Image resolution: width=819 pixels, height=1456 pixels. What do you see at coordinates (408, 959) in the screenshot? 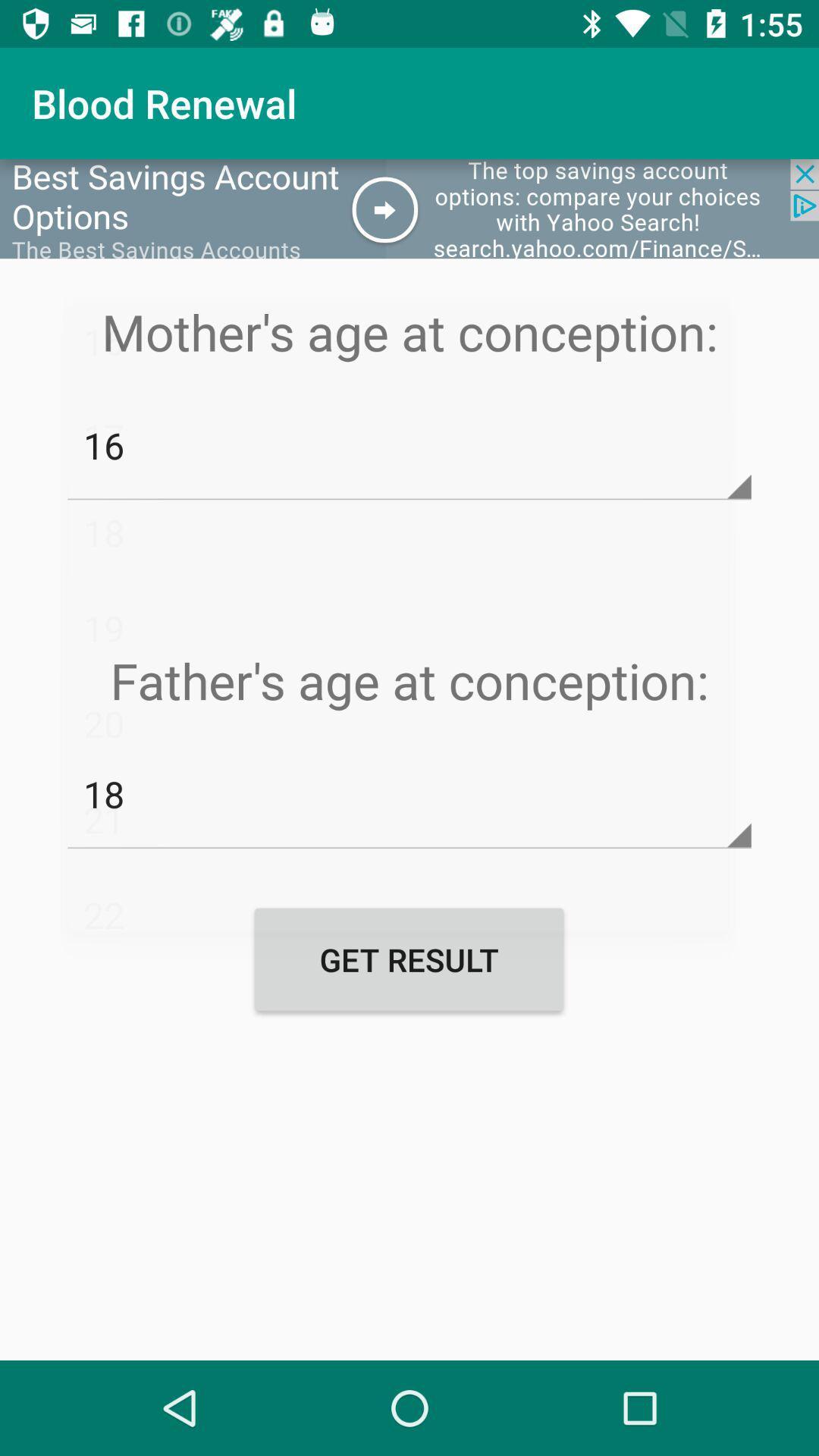
I see `the get result button` at bounding box center [408, 959].